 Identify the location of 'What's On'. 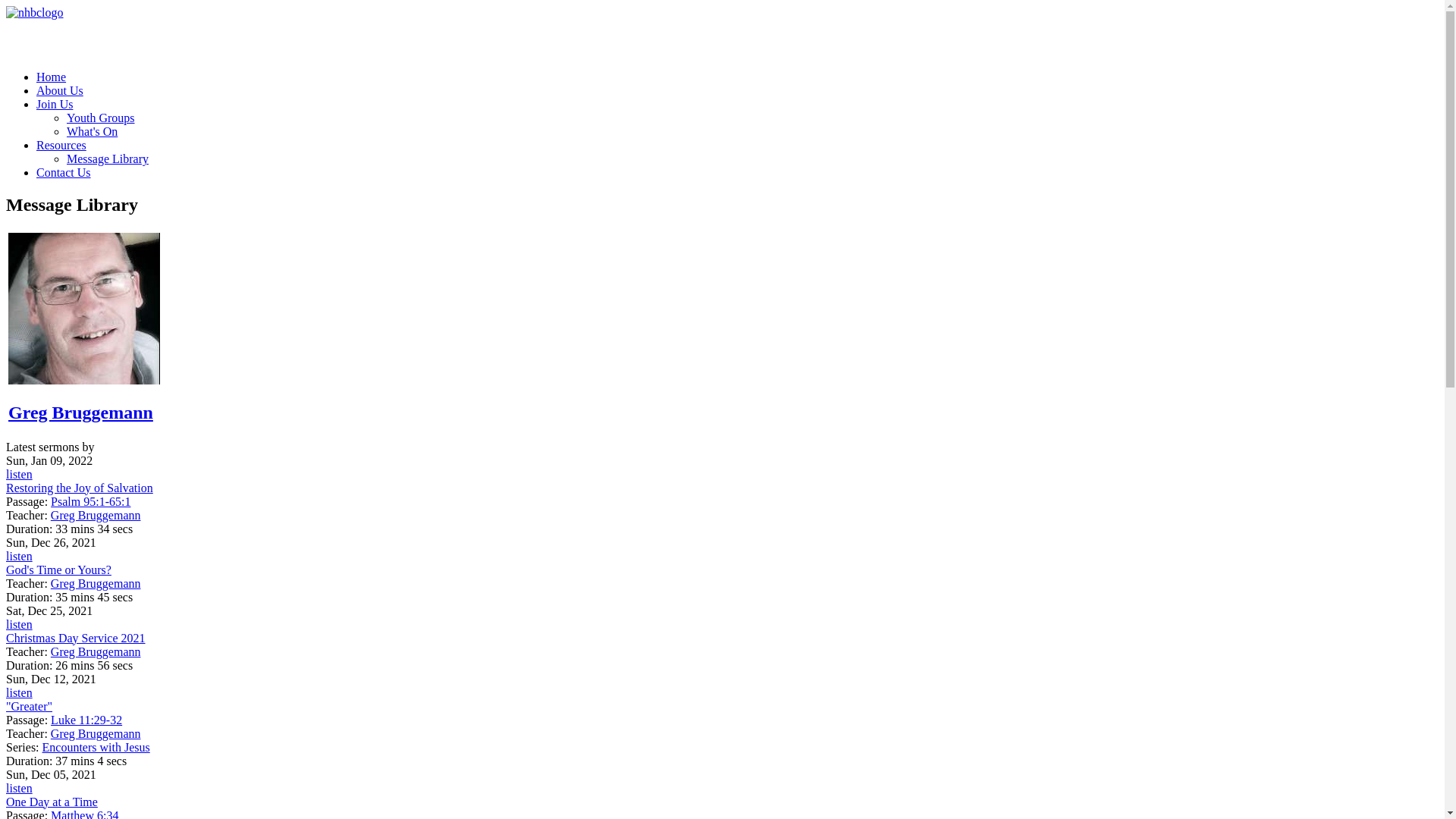
(91, 130).